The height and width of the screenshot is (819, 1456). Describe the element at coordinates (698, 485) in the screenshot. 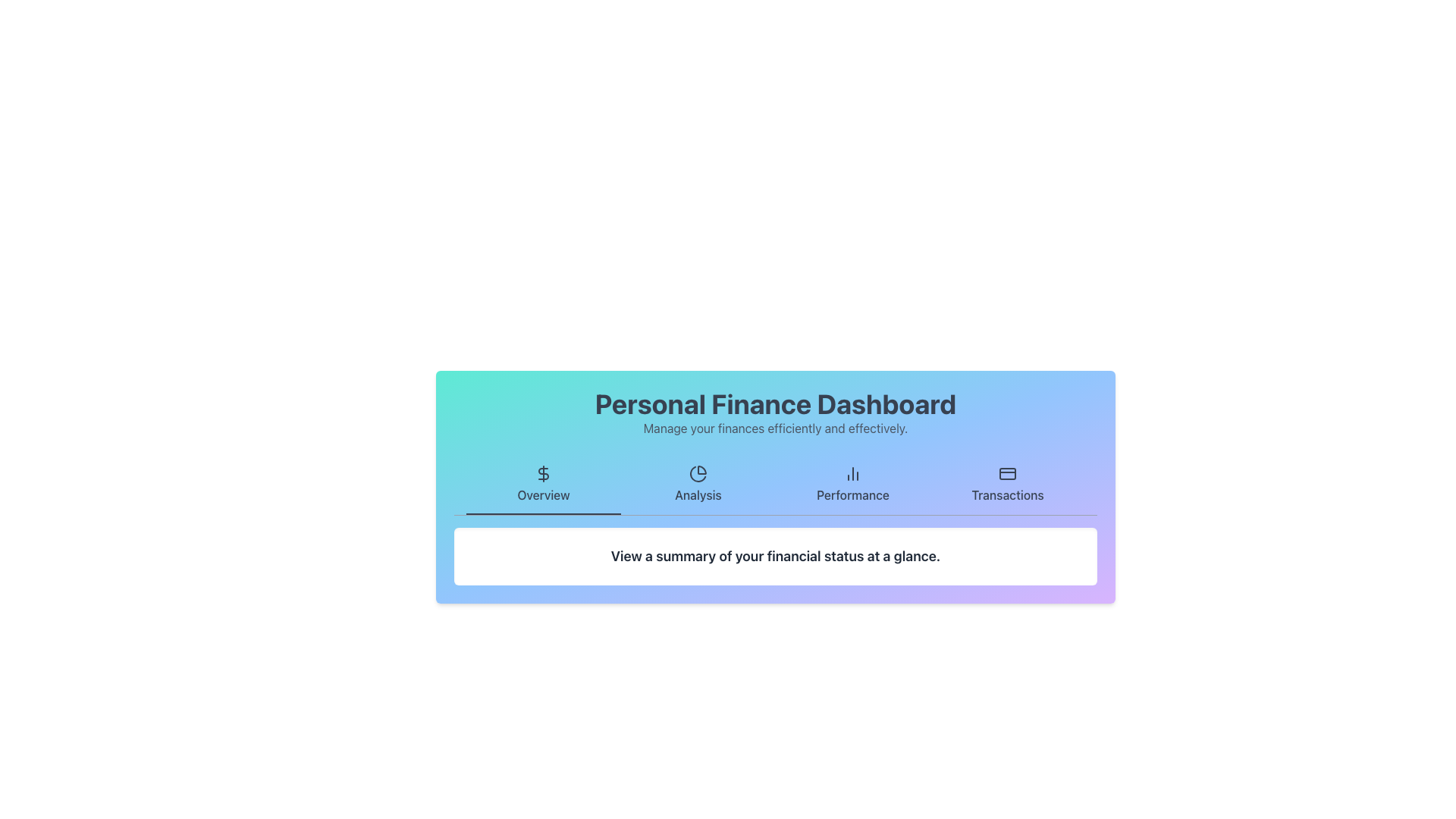

I see `the 'Analysis' button in the navigation bar, which features a pie chart icon and highlights with a blue text color and gray bottom border when hovered` at that location.